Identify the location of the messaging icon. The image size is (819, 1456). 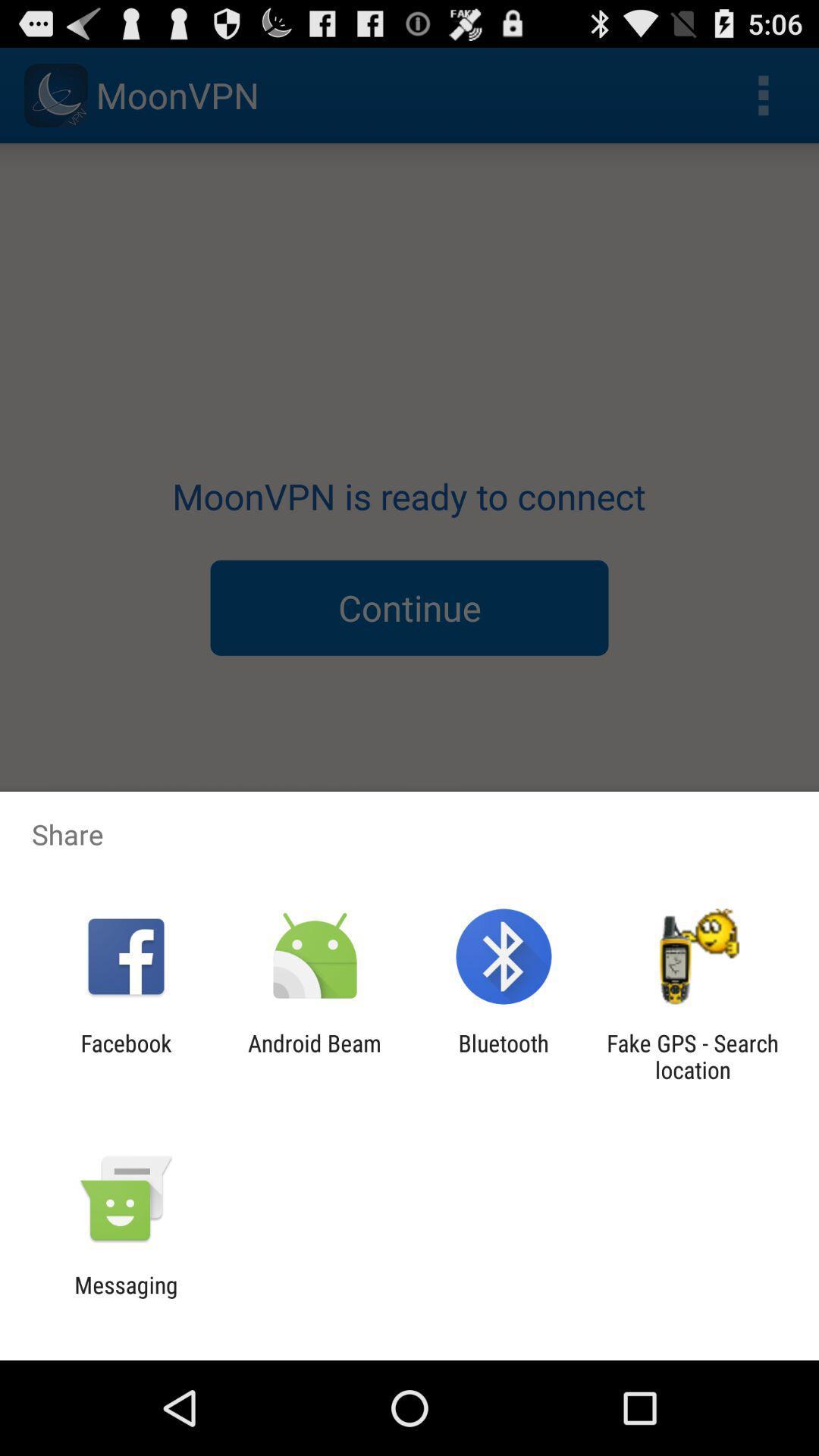
(125, 1298).